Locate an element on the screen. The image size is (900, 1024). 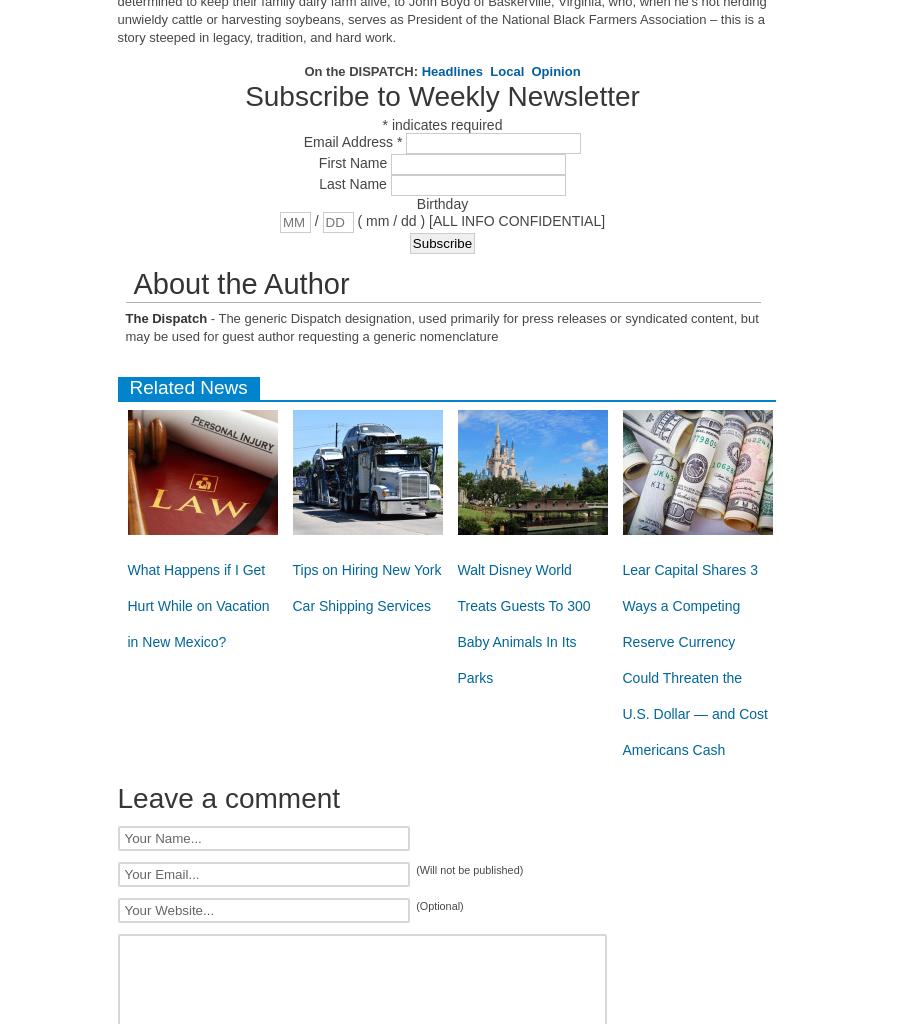
'Tips on Hiring New York Car Shipping Services' is located at coordinates (366, 586).